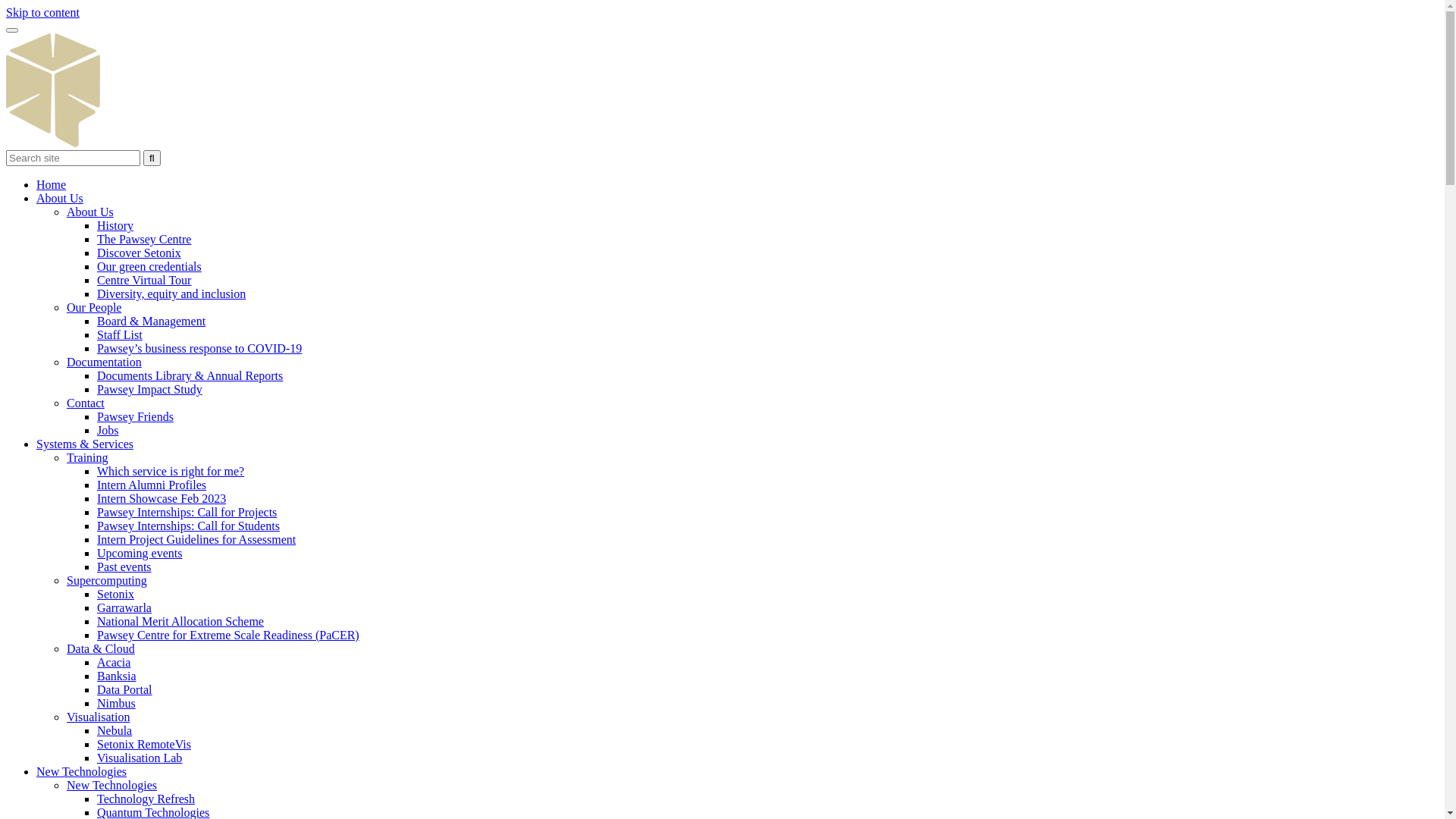 Image resolution: width=1456 pixels, height=819 pixels. What do you see at coordinates (96, 388) in the screenshot?
I see `'Pawsey Impact Study'` at bounding box center [96, 388].